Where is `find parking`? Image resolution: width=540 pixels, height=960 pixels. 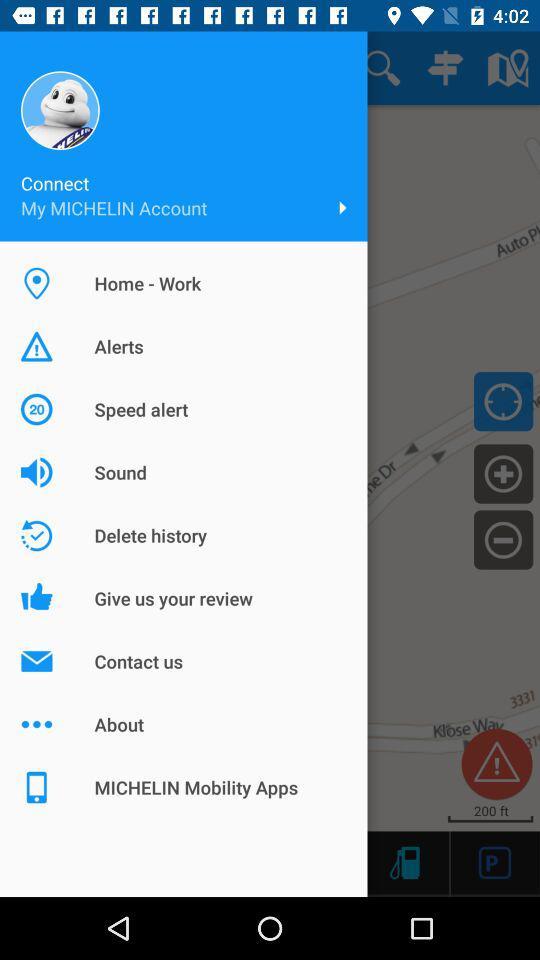 find parking is located at coordinates (494, 861).